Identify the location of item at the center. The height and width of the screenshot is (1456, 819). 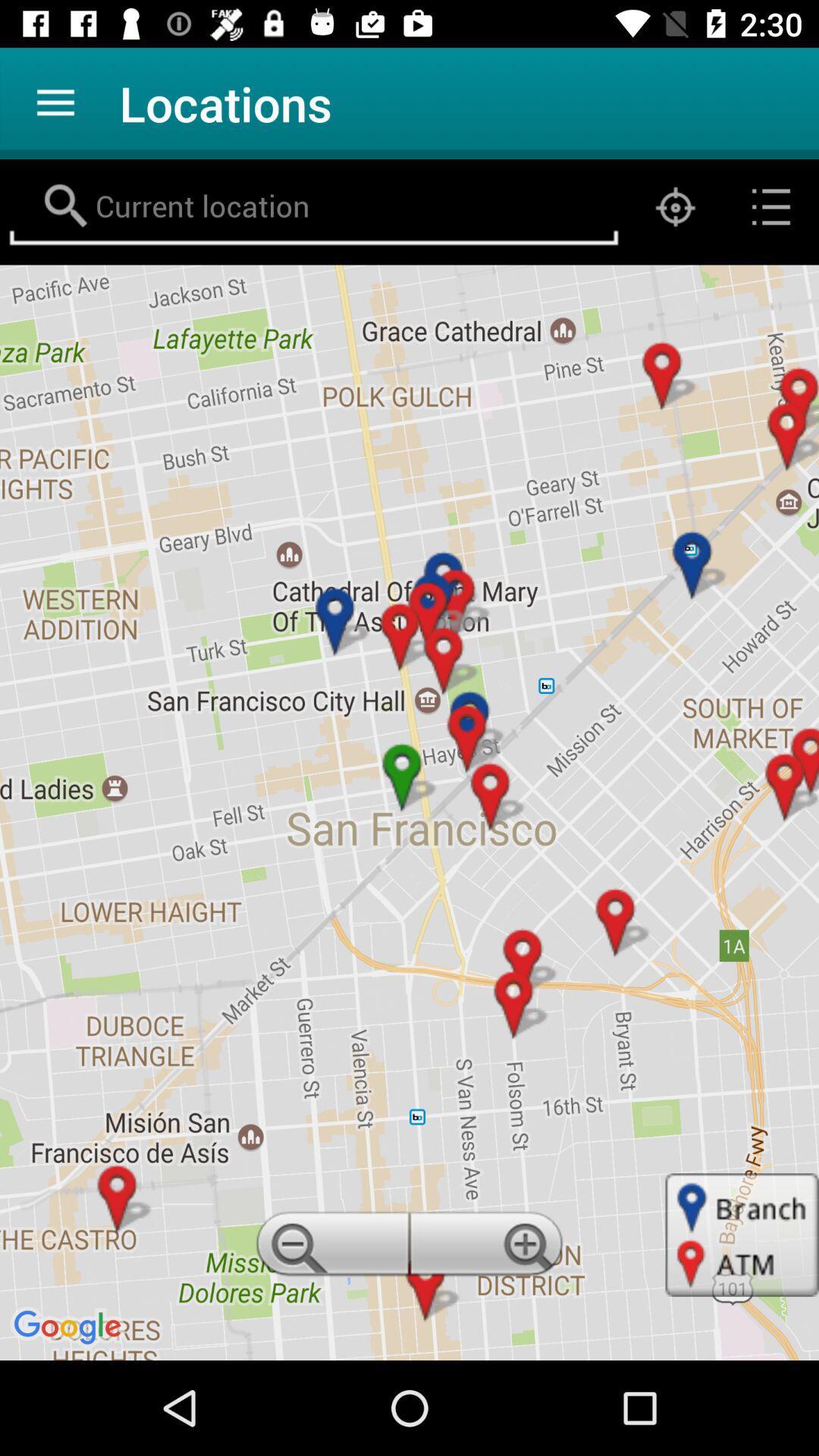
(409, 811).